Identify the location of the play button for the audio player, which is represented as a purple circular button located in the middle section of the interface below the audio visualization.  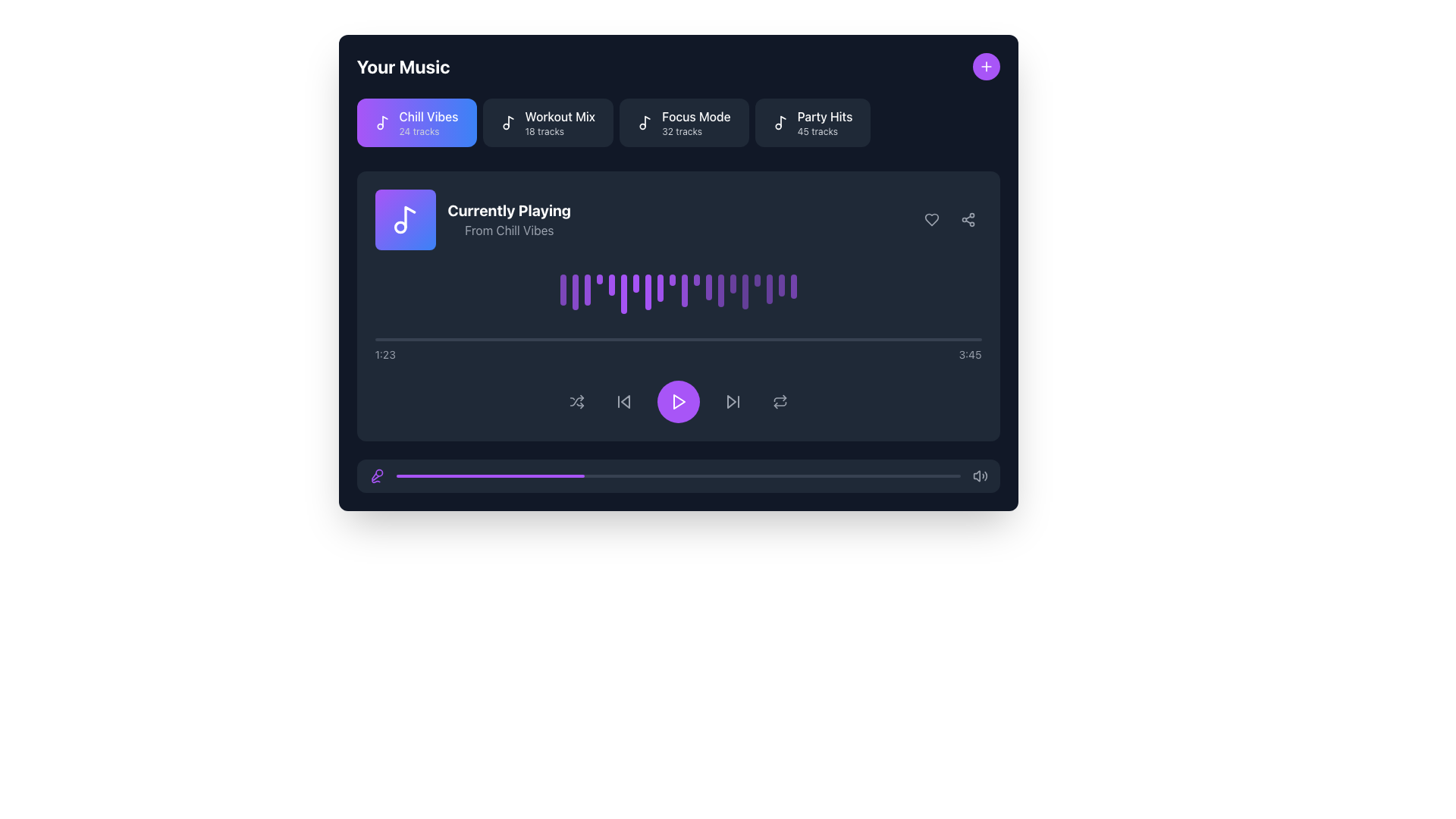
(677, 401).